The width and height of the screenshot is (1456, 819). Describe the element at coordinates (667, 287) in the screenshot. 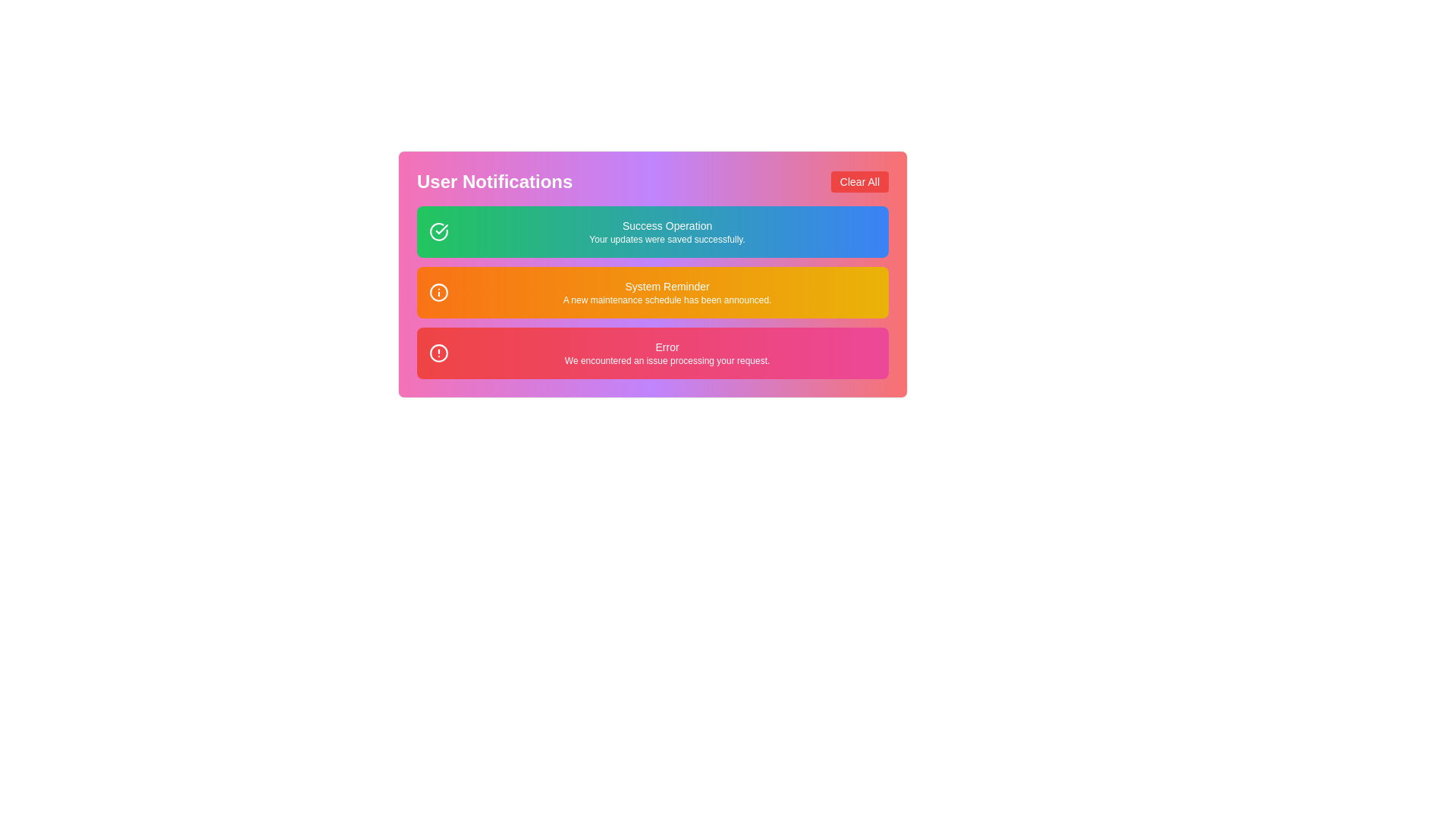

I see `the 'System Reminder' text label, which is displayed in white on an orange and yellow gradient background, located within the second notification entry of user notifications` at that location.